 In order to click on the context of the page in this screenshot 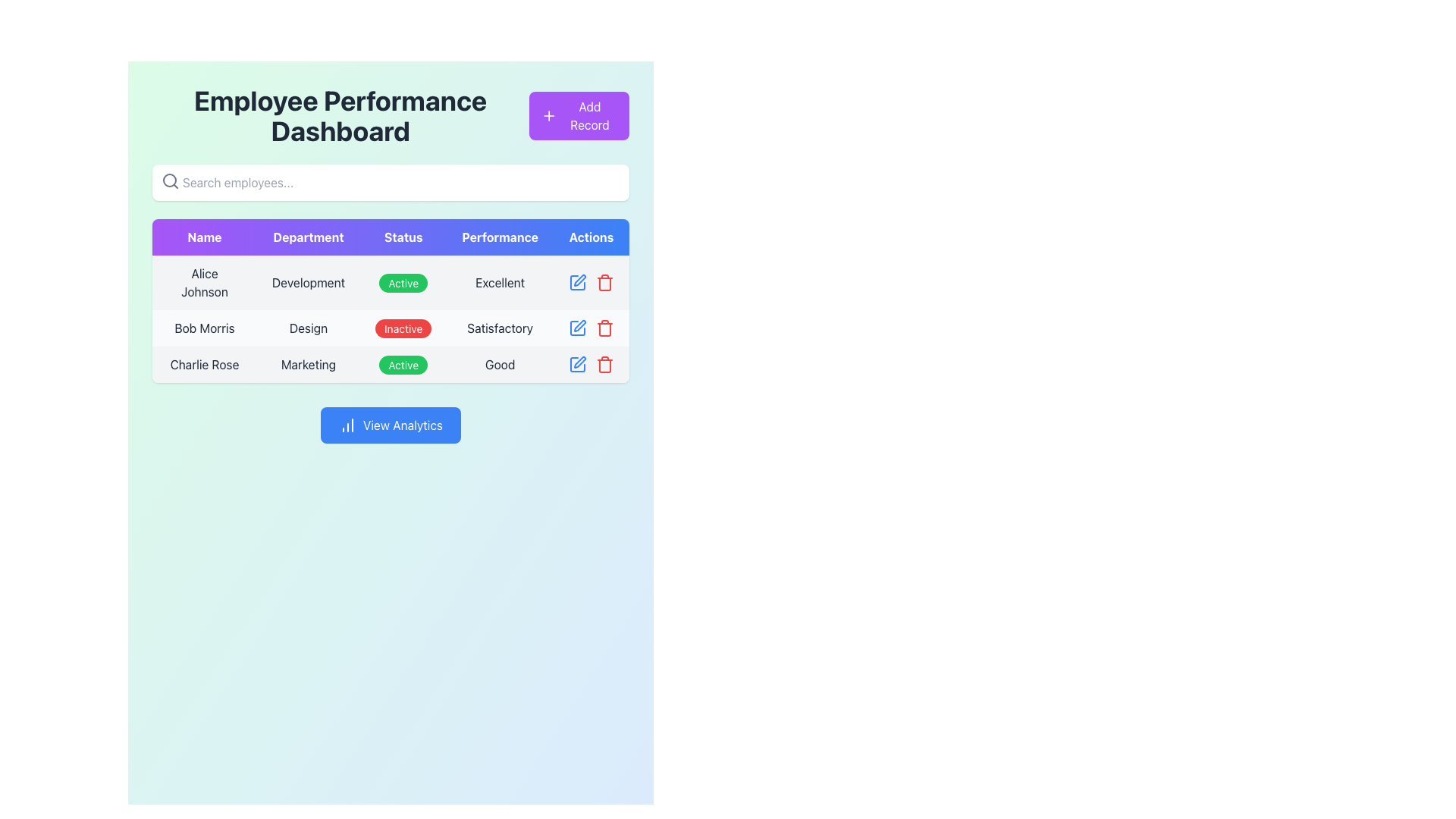, I will do `click(340, 115)`.